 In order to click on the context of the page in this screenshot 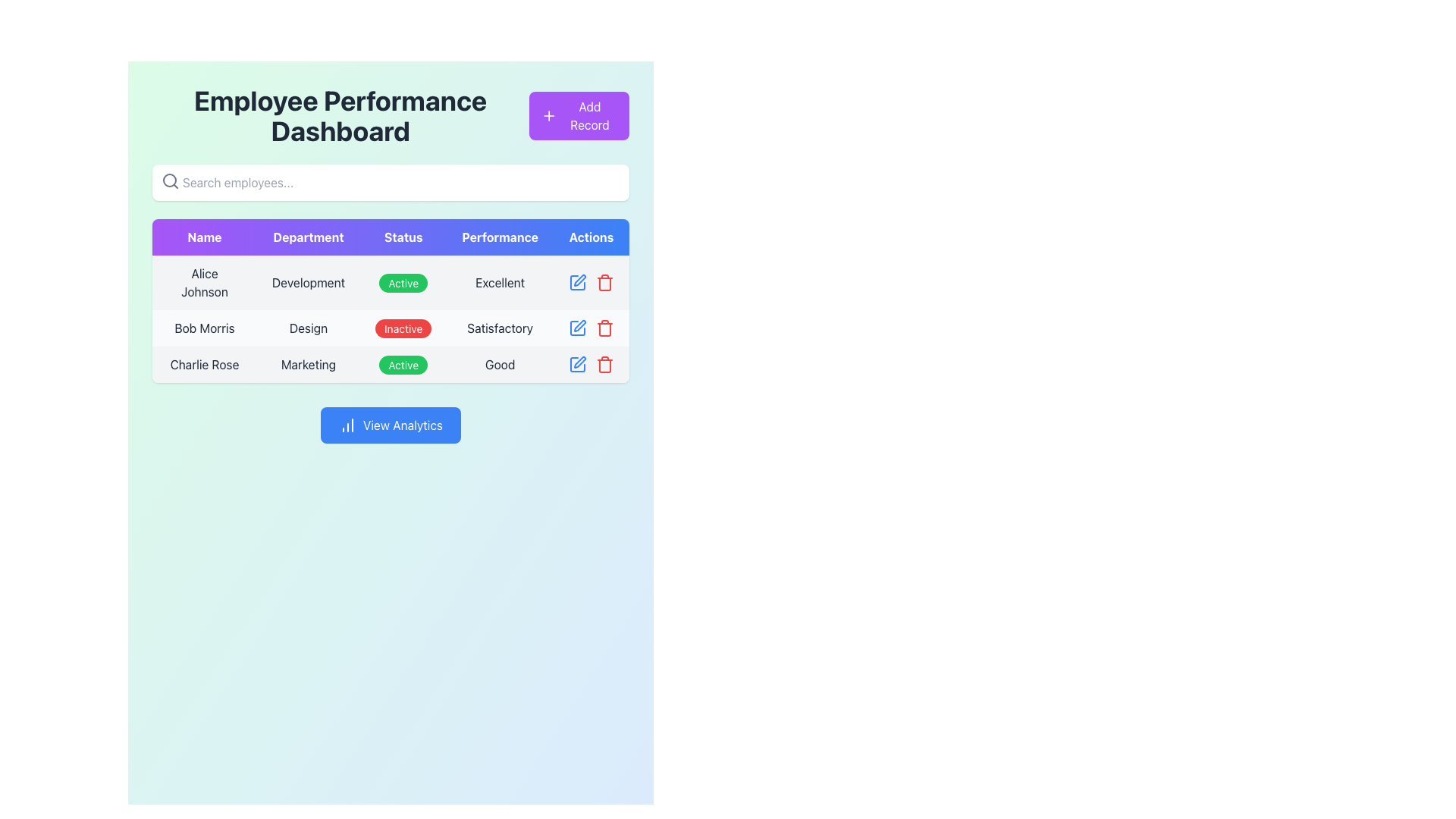, I will do `click(340, 115)`.